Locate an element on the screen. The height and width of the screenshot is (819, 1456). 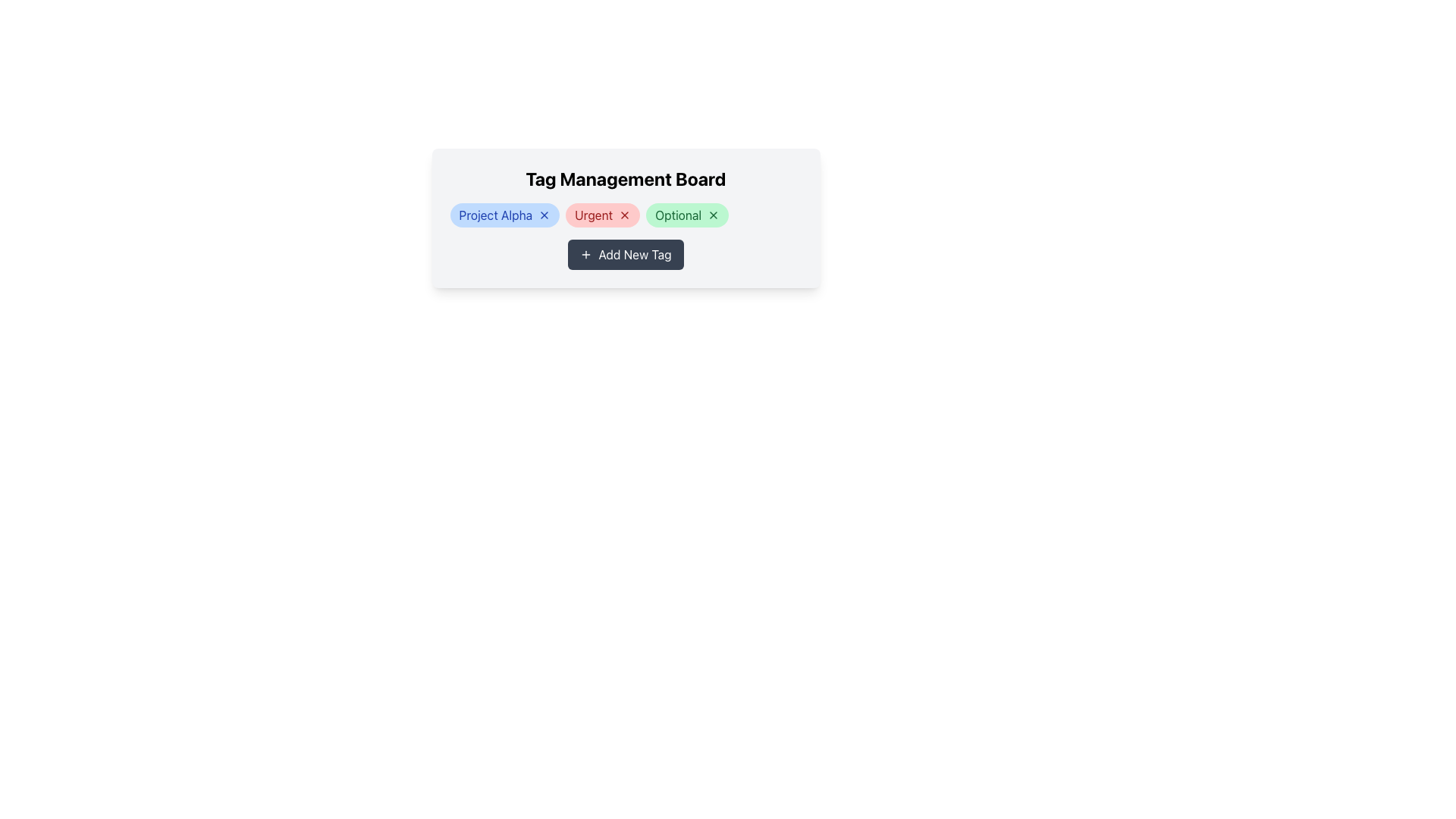
the 'Add New Tag' button, which is a rectangular button with rounded corners, dark gray background, and white text, to initiate adding a new tag is located at coordinates (626, 253).